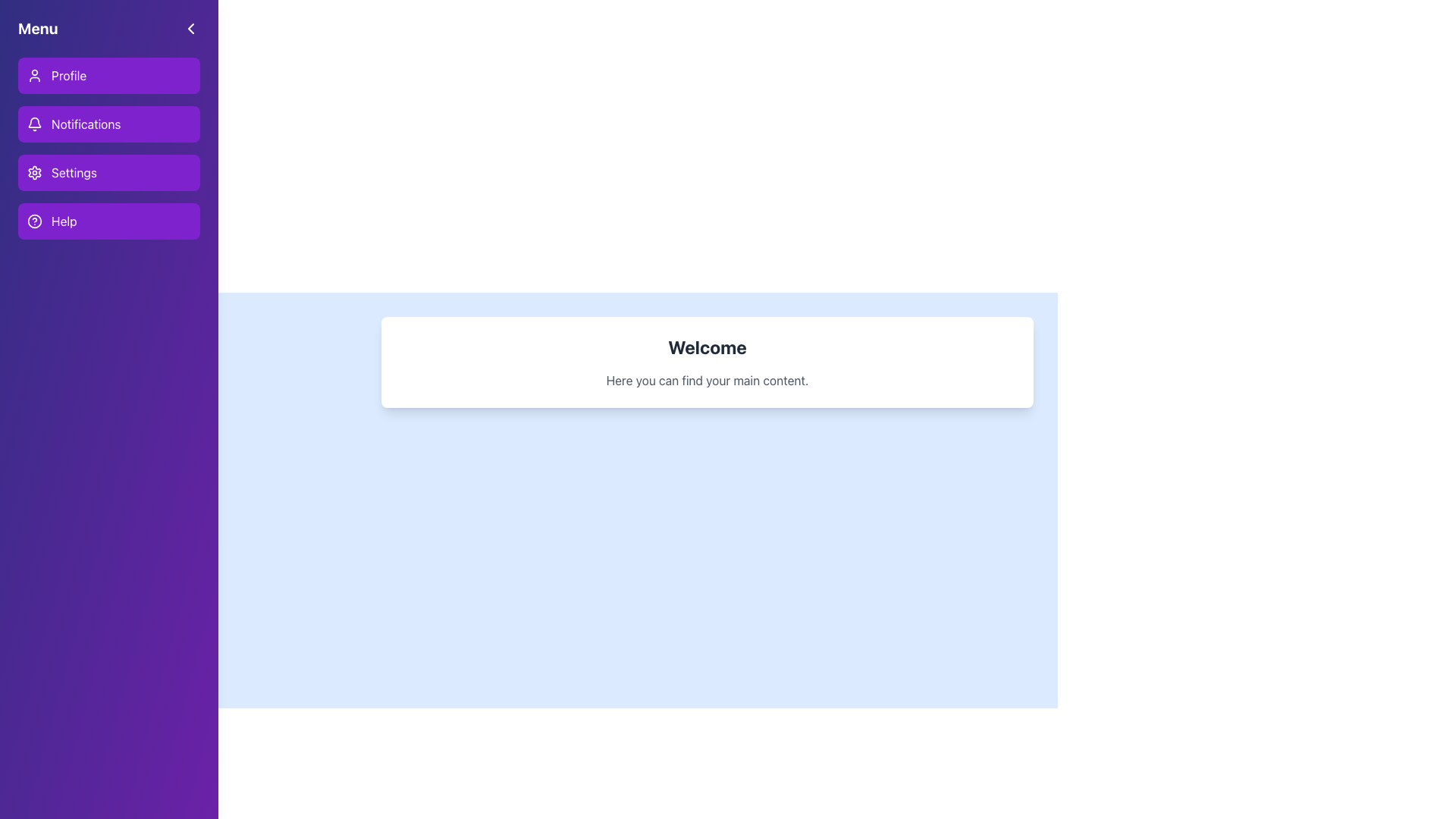 The width and height of the screenshot is (1456, 819). I want to click on the help button located in the sidebar menu, which is the fourth button in a vertical list, positioned below the 'Settings' button, so click(108, 221).